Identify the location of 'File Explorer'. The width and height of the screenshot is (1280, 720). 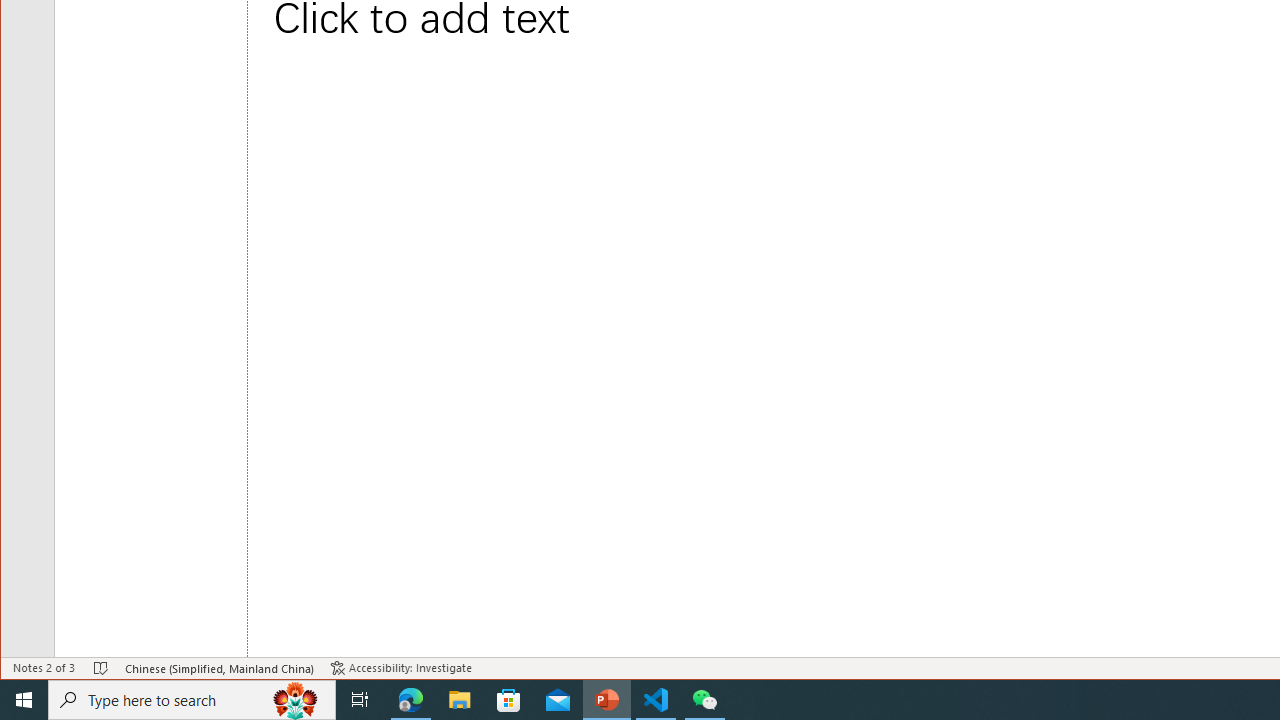
(459, 698).